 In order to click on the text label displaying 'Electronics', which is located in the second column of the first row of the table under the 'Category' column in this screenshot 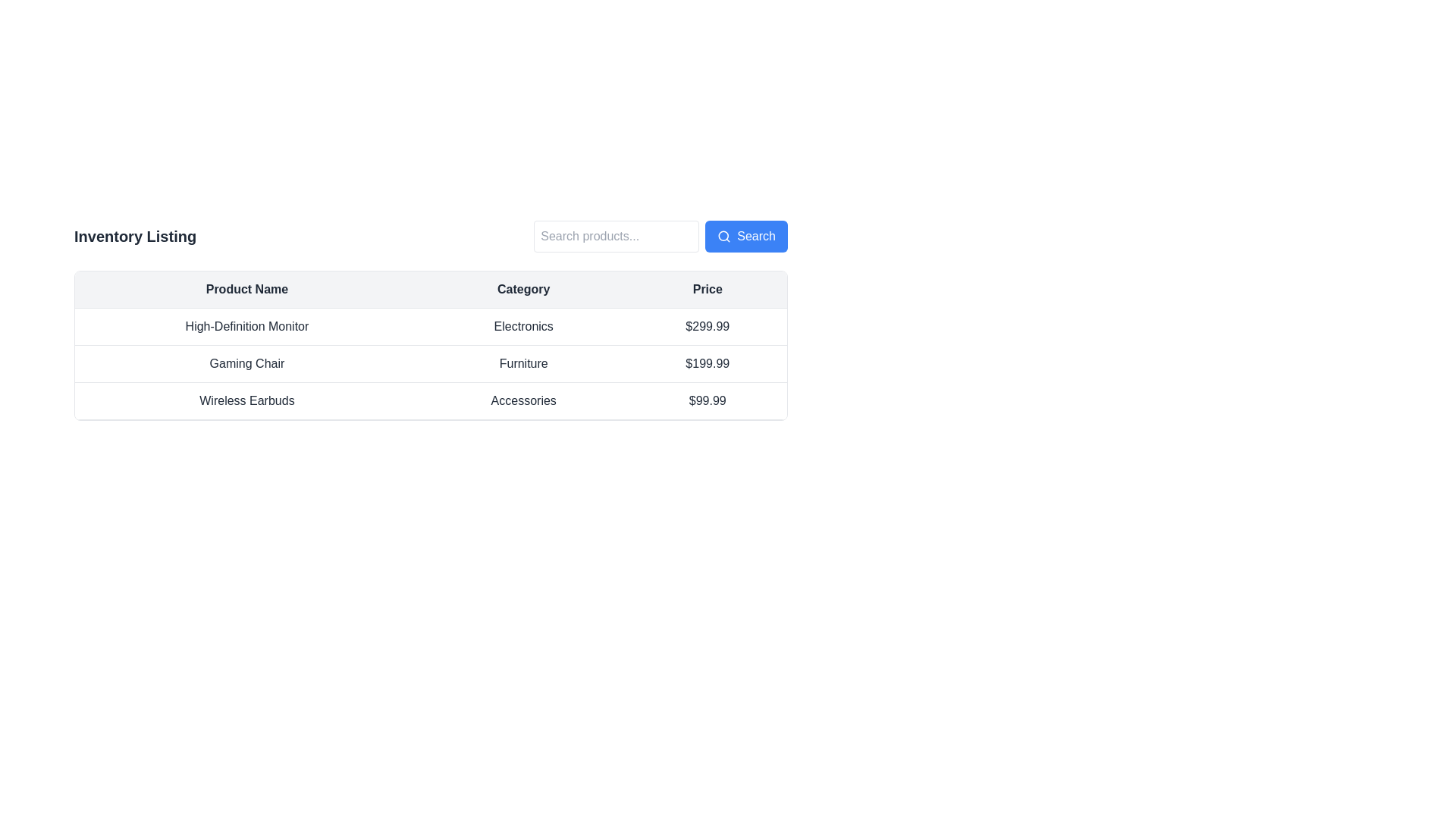, I will do `click(523, 326)`.